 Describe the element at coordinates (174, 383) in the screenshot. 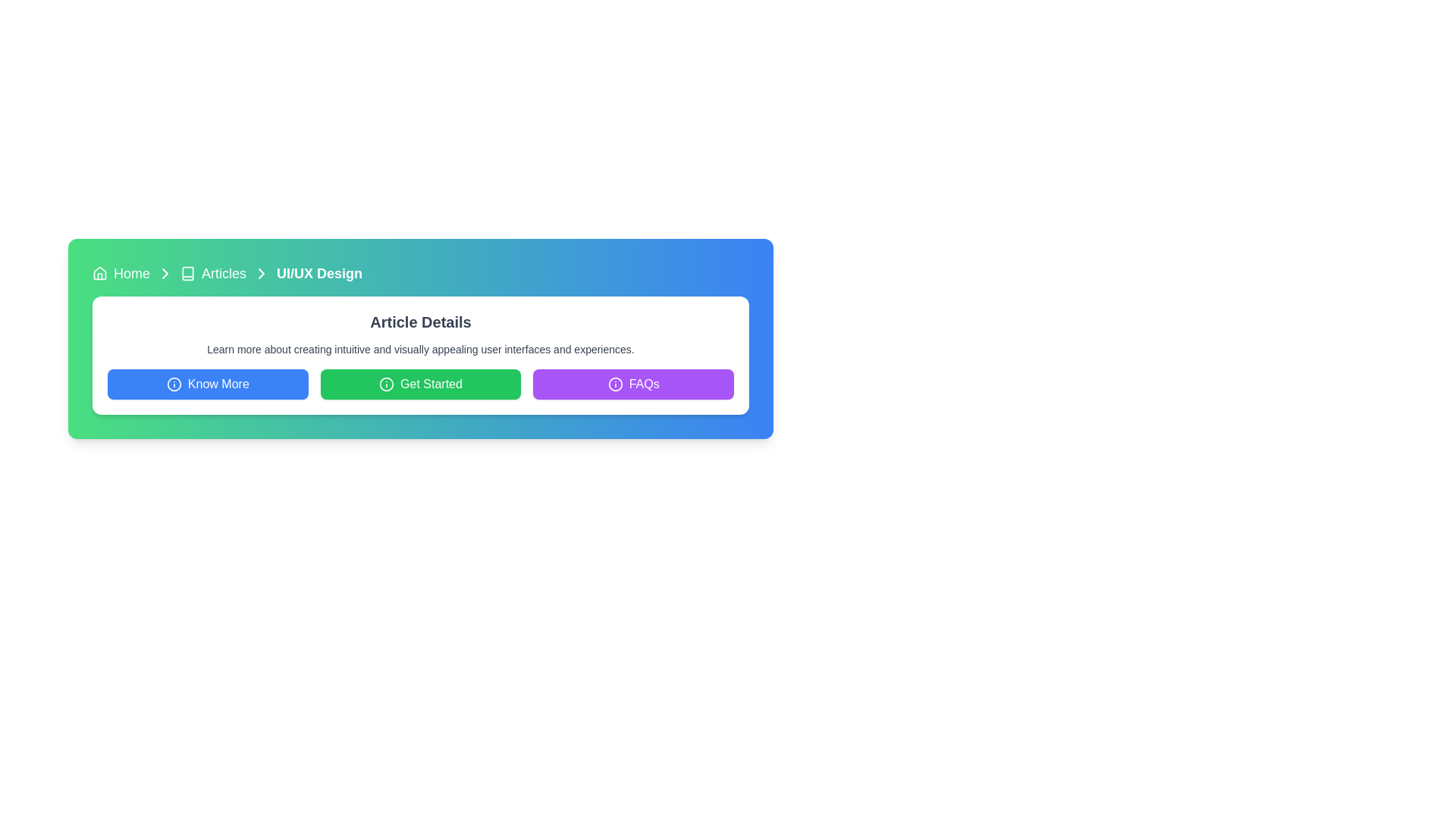

I see `the 'Know More' button, which is located at the bottom of the 'Article Details' section and has an icon representing additional information` at that location.